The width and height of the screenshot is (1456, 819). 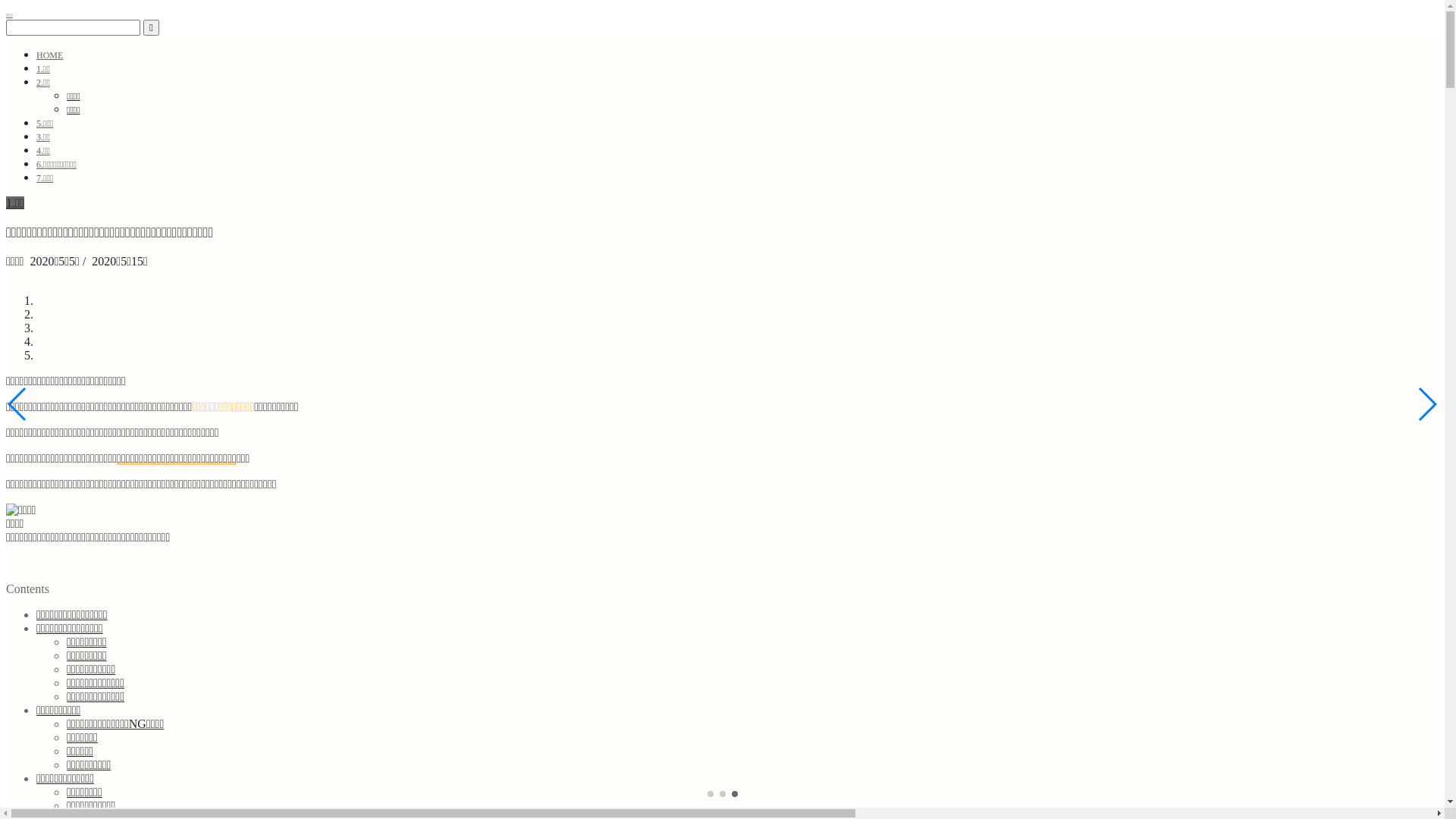 I want to click on 'HOME', so click(x=49, y=55).